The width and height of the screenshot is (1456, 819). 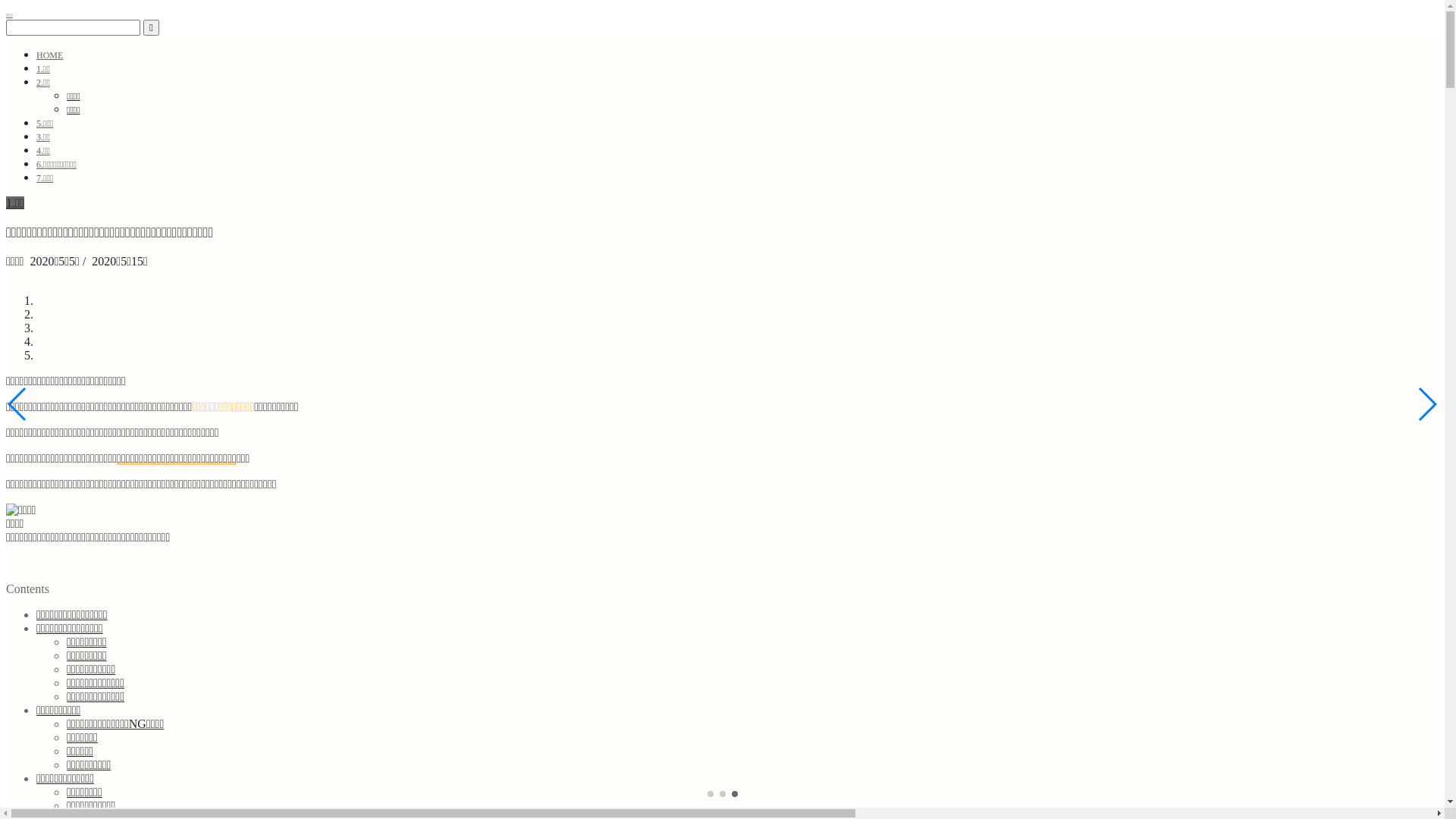 I want to click on 'HOME', so click(x=49, y=55).